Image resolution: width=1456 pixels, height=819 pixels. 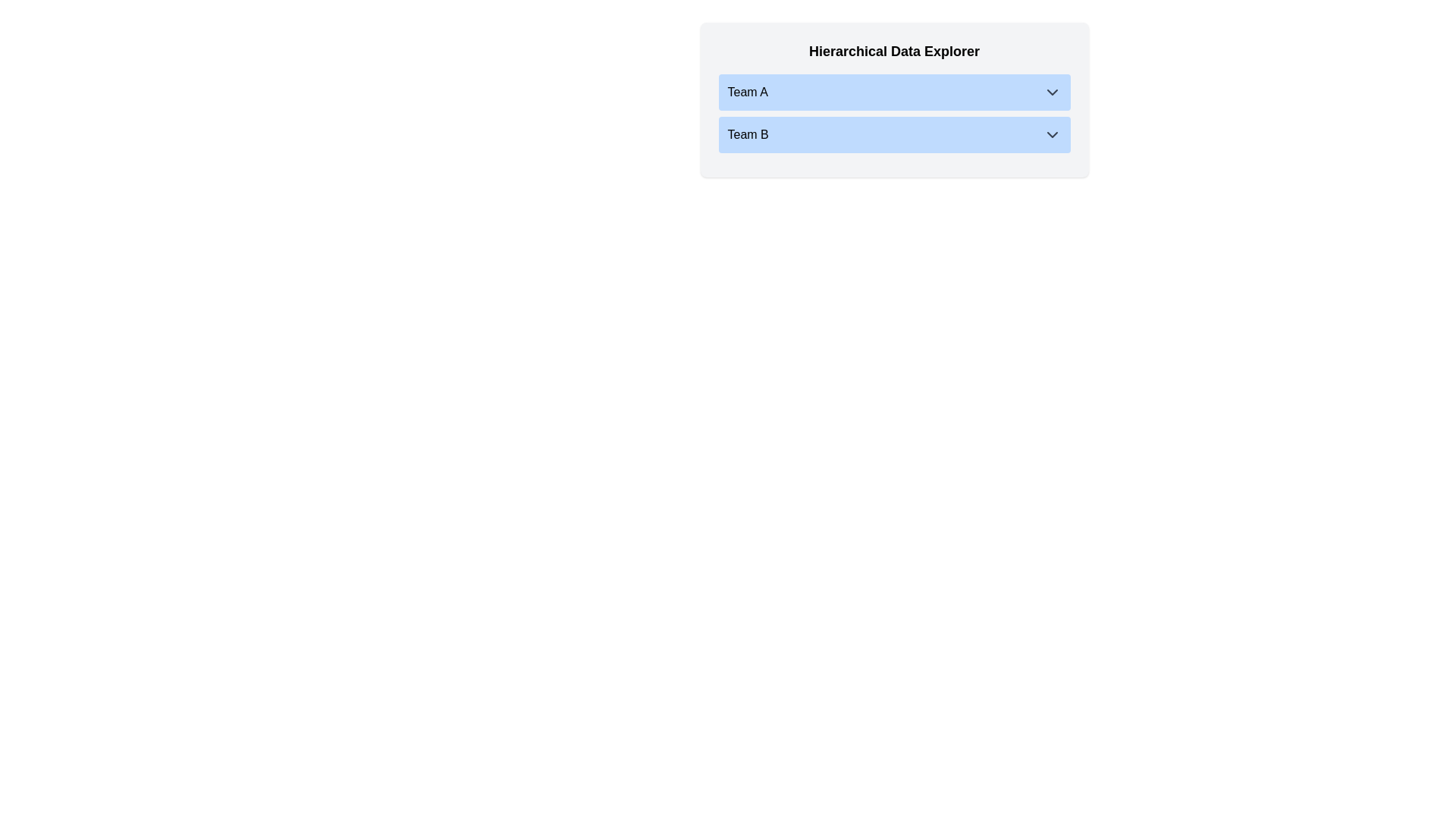 I want to click on the text of the group name Team B, so click(x=748, y=133).